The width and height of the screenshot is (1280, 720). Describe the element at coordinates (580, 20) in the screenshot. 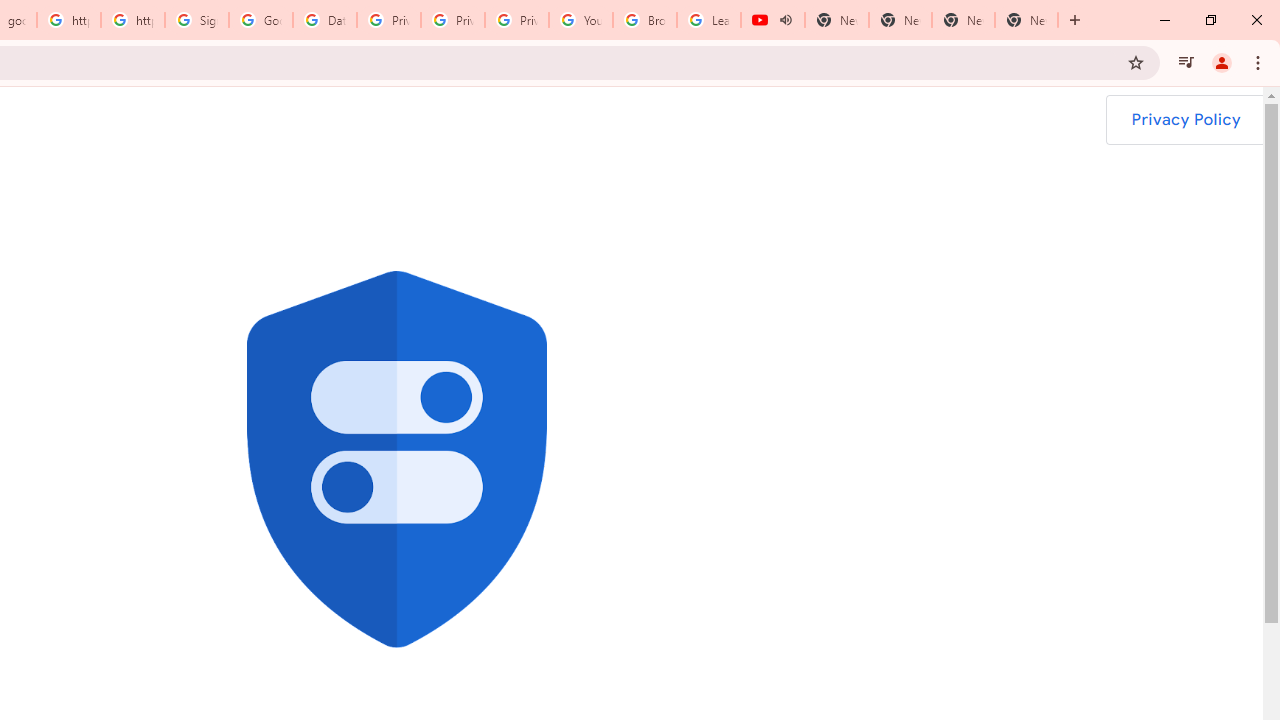

I see `'YouTube'` at that location.